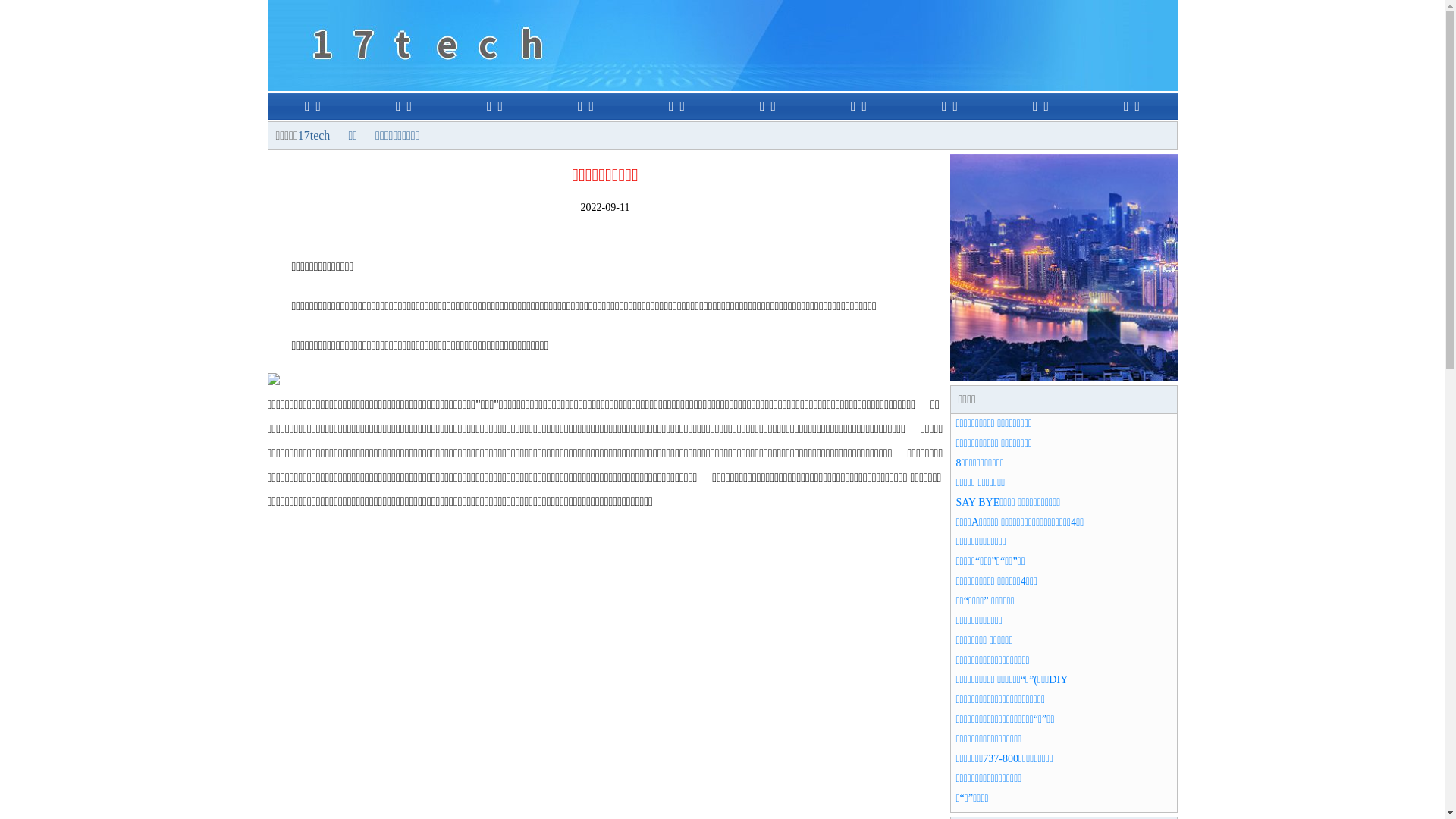 The image size is (1456, 819). What do you see at coordinates (313, 134) in the screenshot?
I see `'17tech'` at bounding box center [313, 134].